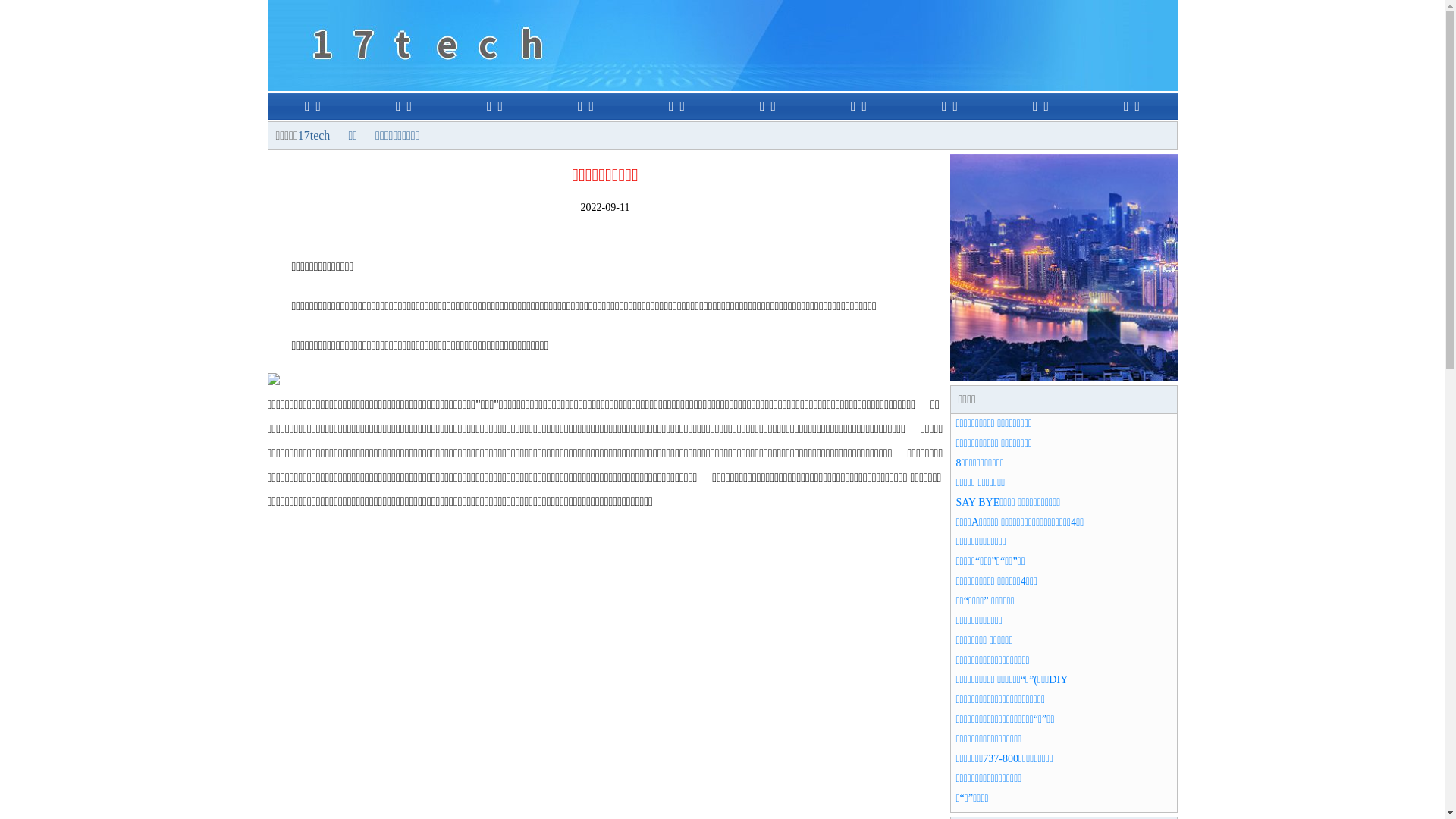 The image size is (1456, 819). What do you see at coordinates (313, 134) in the screenshot?
I see `'17tech'` at bounding box center [313, 134].